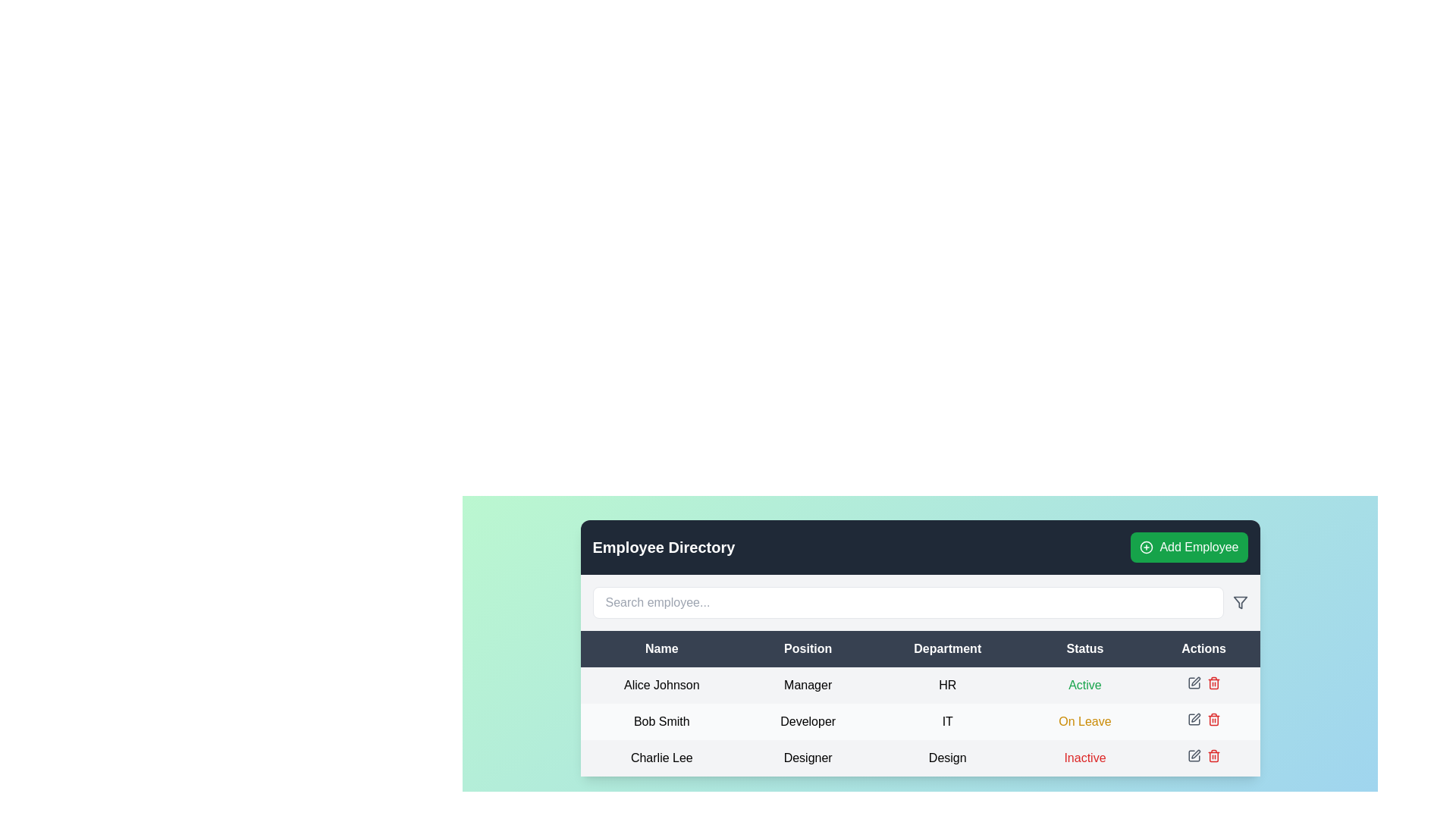 The image size is (1456, 819). What do you see at coordinates (1193, 683) in the screenshot?
I see `the edit icon button located in the 'Actions' column of the first row associated with 'Alice Johnson' to initiate the edit action` at bounding box center [1193, 683].